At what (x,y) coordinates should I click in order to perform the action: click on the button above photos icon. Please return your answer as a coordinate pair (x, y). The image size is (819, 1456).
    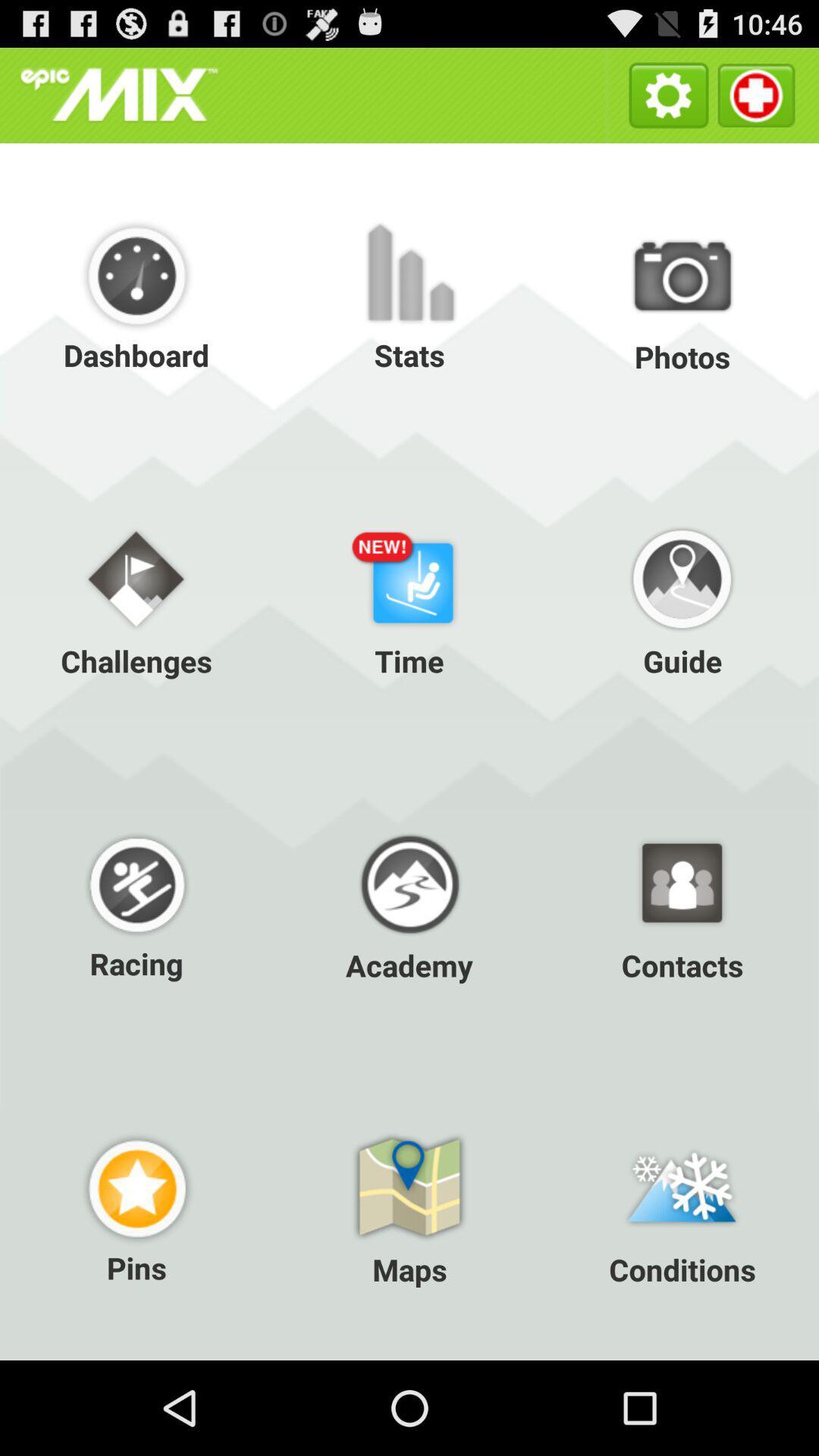
    Looking at the image, I should click on (755, 94).